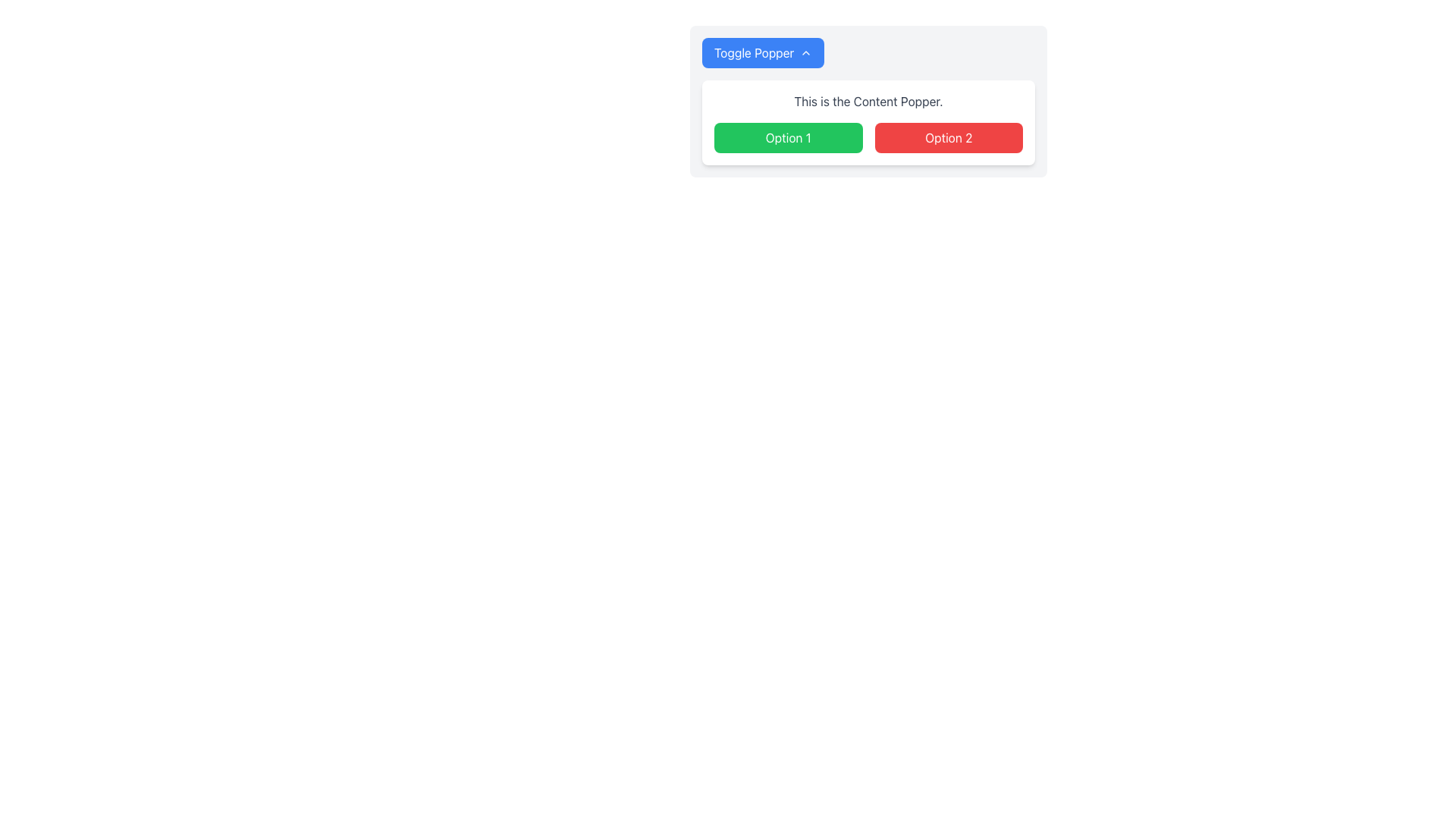 The height and width of the screenshot is (819, 1456). I want to click on the rounded rectangular red button labeled 'Option 2', so click(948, 137).